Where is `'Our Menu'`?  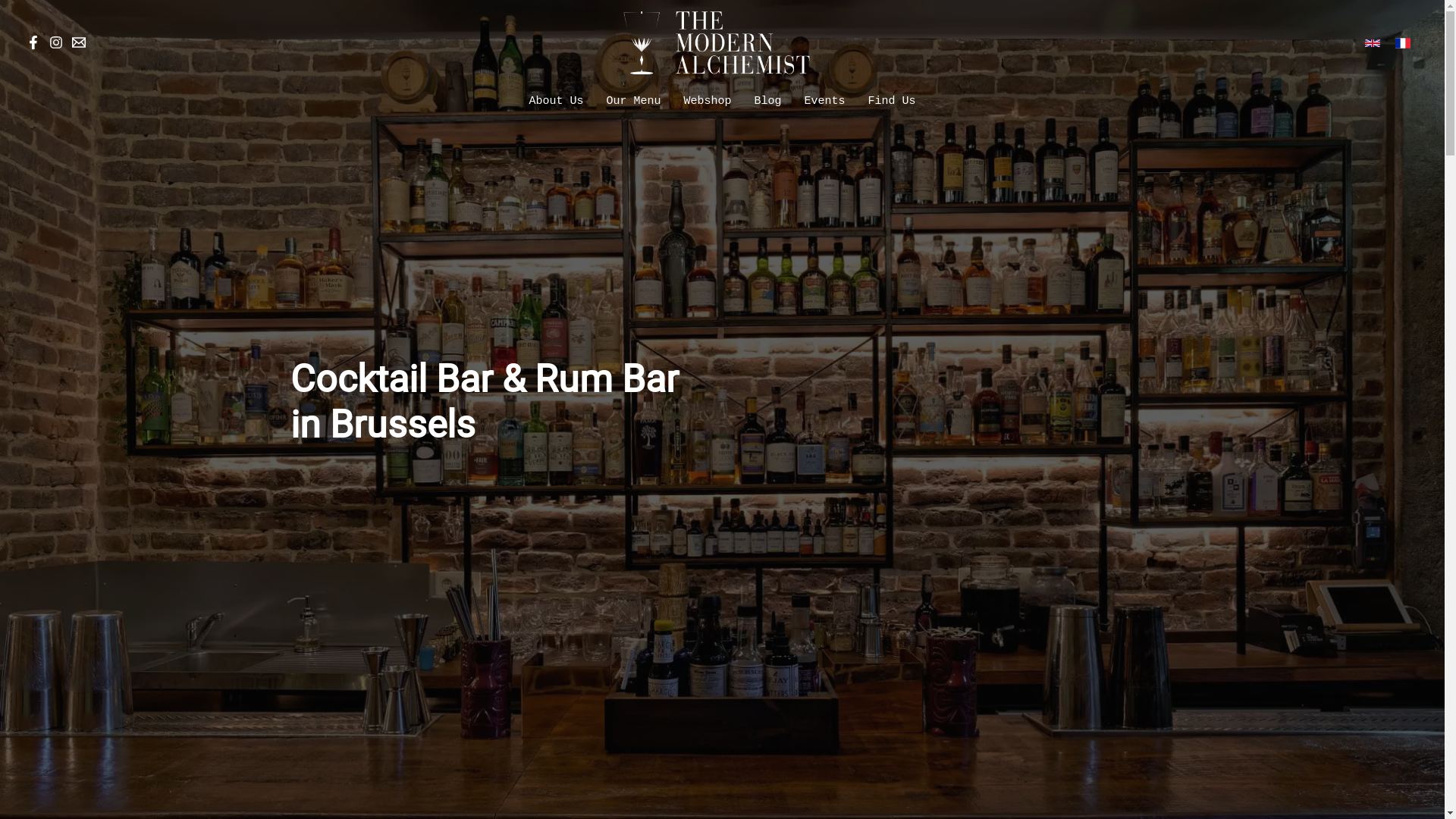
'Our Menu' is located at coordinates (633, 101).